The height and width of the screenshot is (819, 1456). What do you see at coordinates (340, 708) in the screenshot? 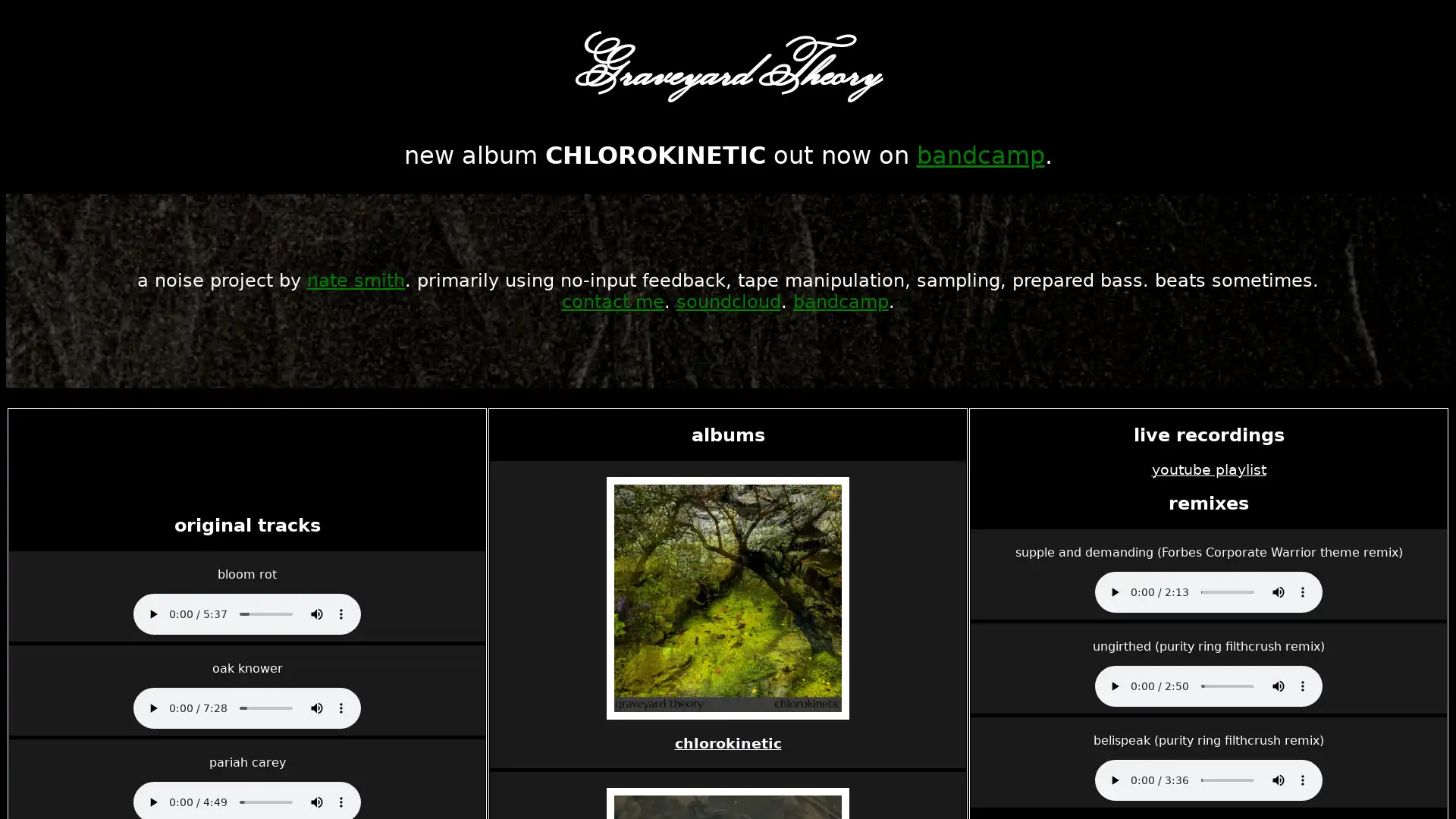
I see `show more media controls` at bounding box center [340, 708].